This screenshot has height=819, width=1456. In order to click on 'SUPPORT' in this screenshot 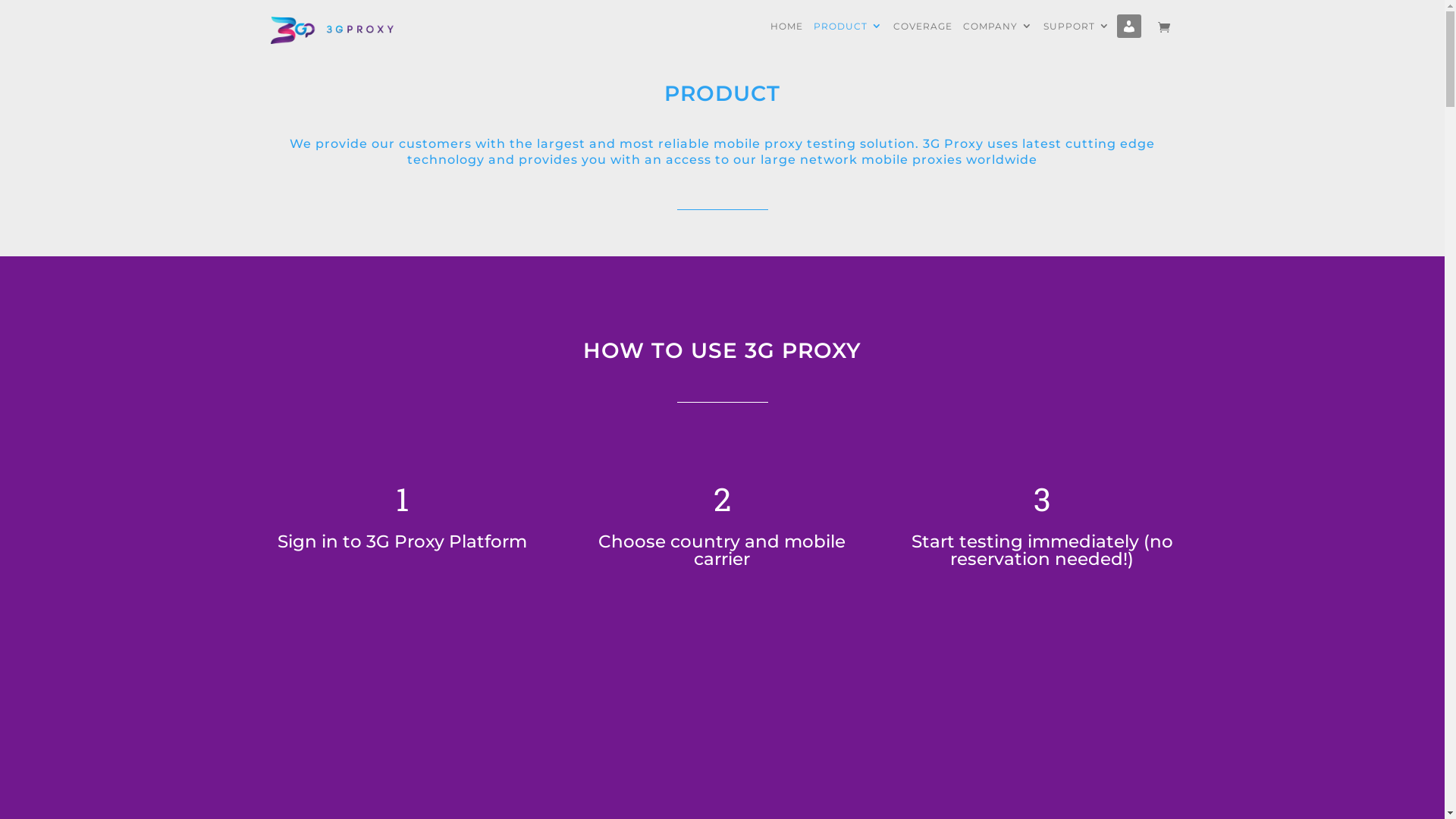, I will do `click(1043, 36)`.